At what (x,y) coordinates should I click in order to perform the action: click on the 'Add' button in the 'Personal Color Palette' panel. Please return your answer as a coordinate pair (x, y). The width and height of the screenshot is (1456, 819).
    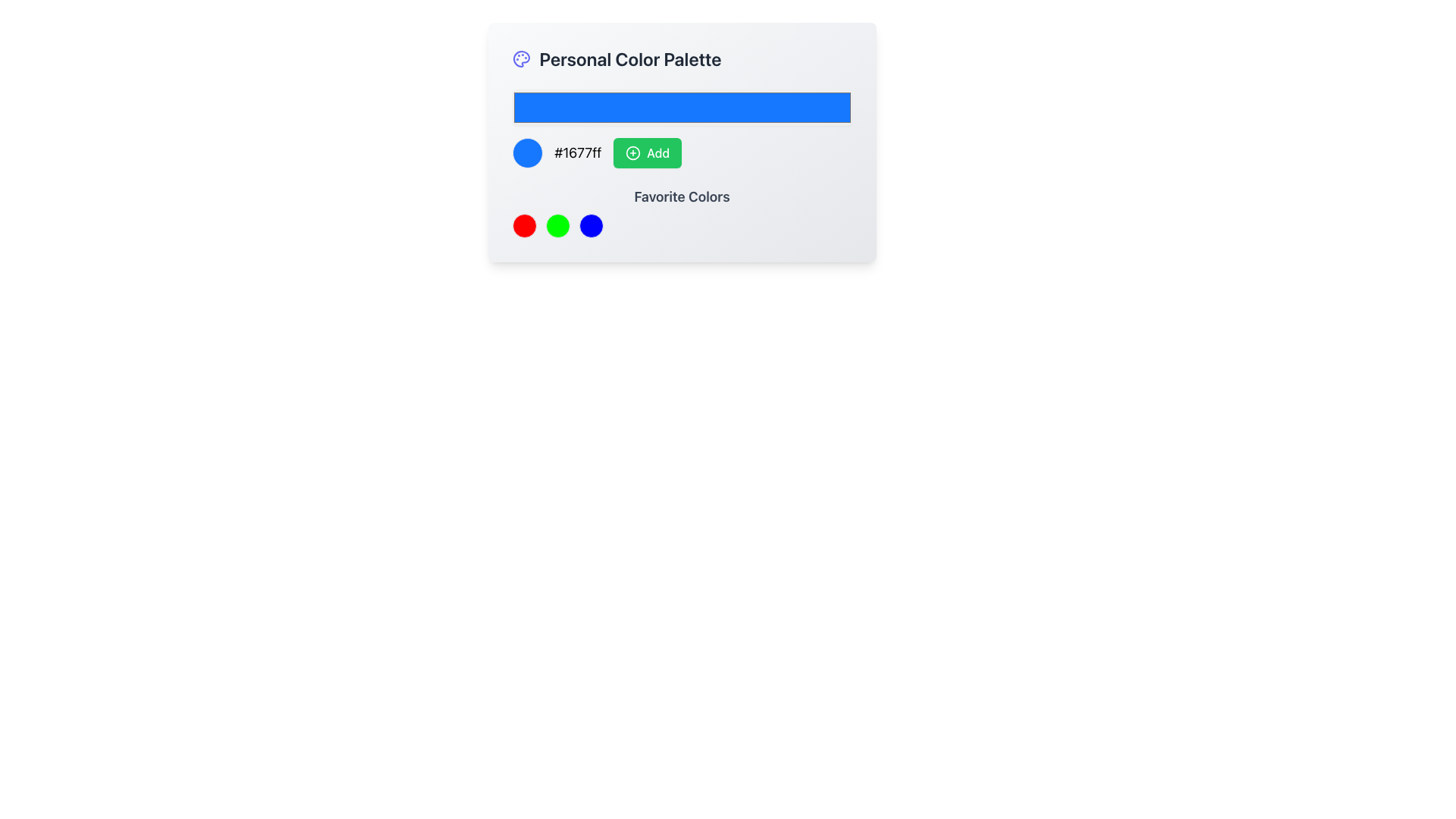
    Looking at the image, I should click on (681, 127).